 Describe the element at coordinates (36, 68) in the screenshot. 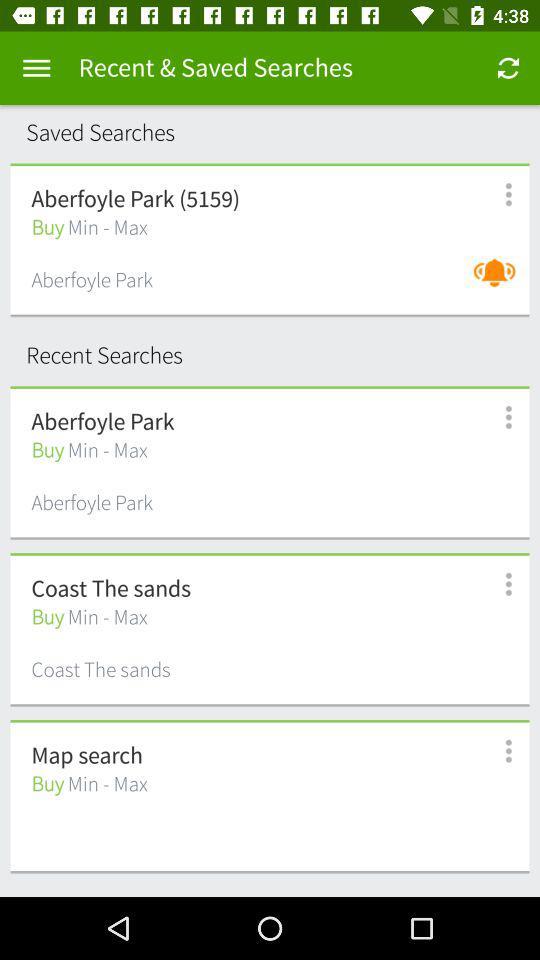

I see `item next to recent & saved searches` at that location.